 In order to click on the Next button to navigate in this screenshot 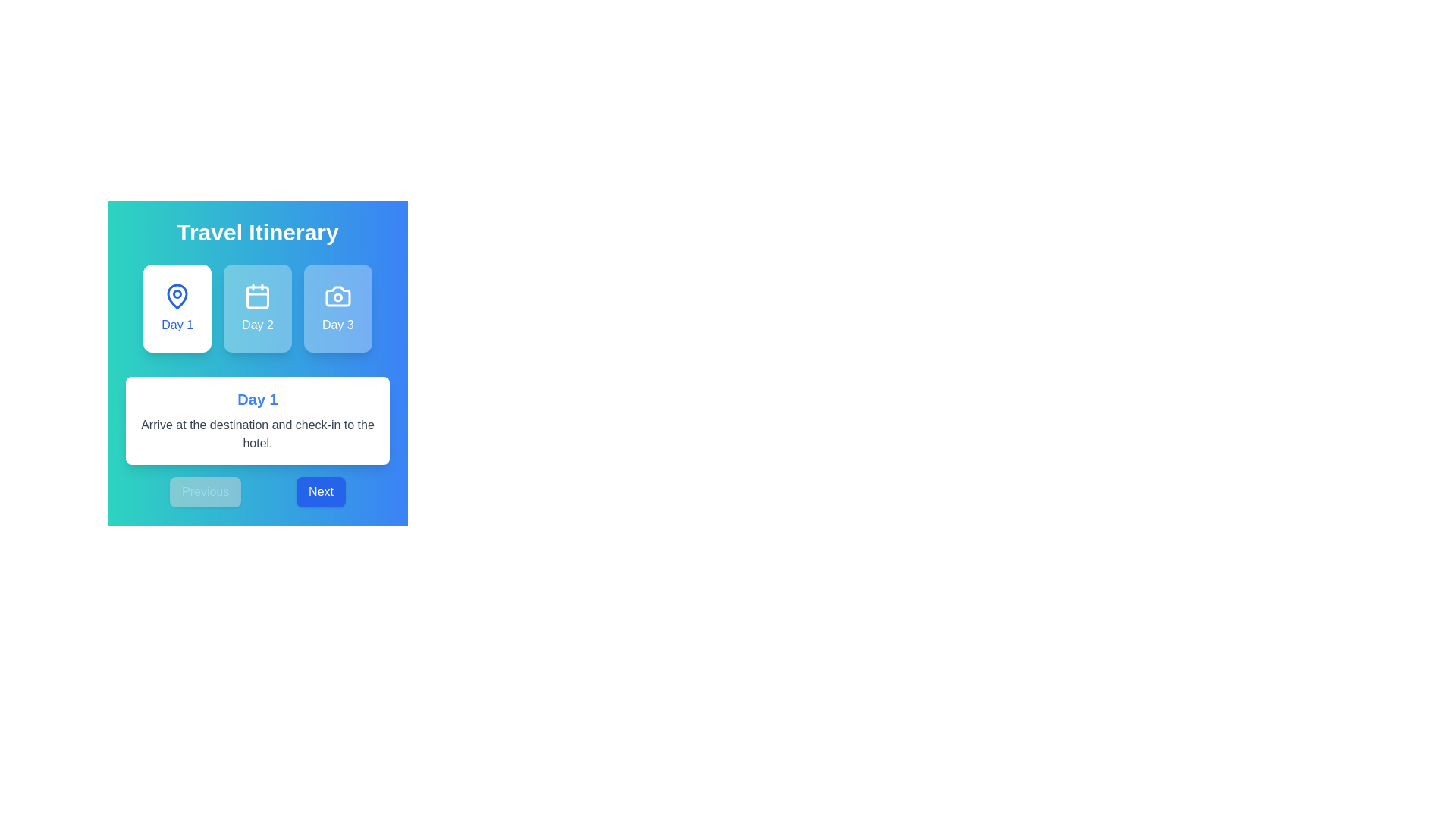, I will do `click(320, 491)`.